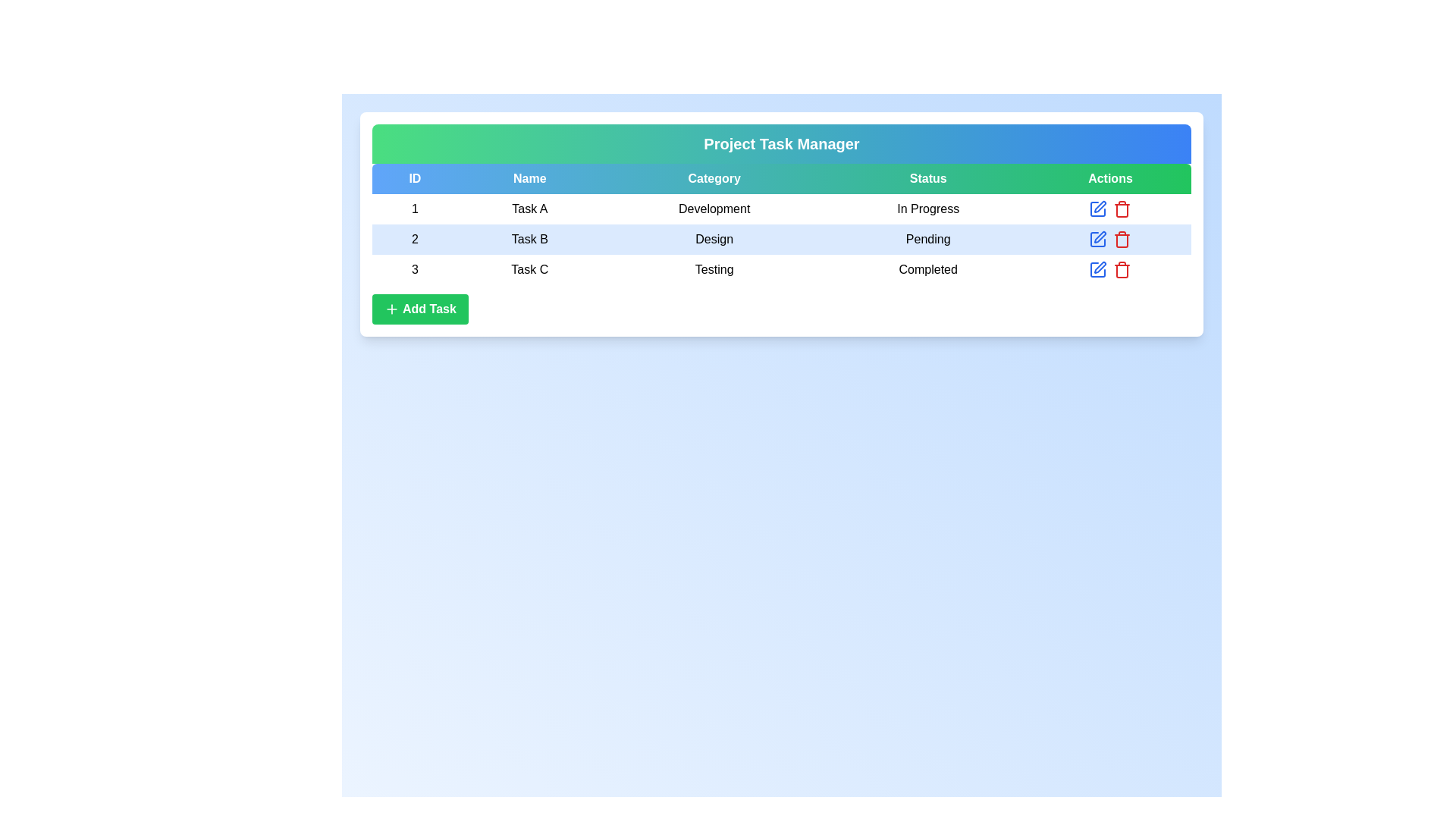  Describe the element at coordinates (415, 177) in the screenshot. I see `the header labeled 'ID' to sort the table by that column` at that location.